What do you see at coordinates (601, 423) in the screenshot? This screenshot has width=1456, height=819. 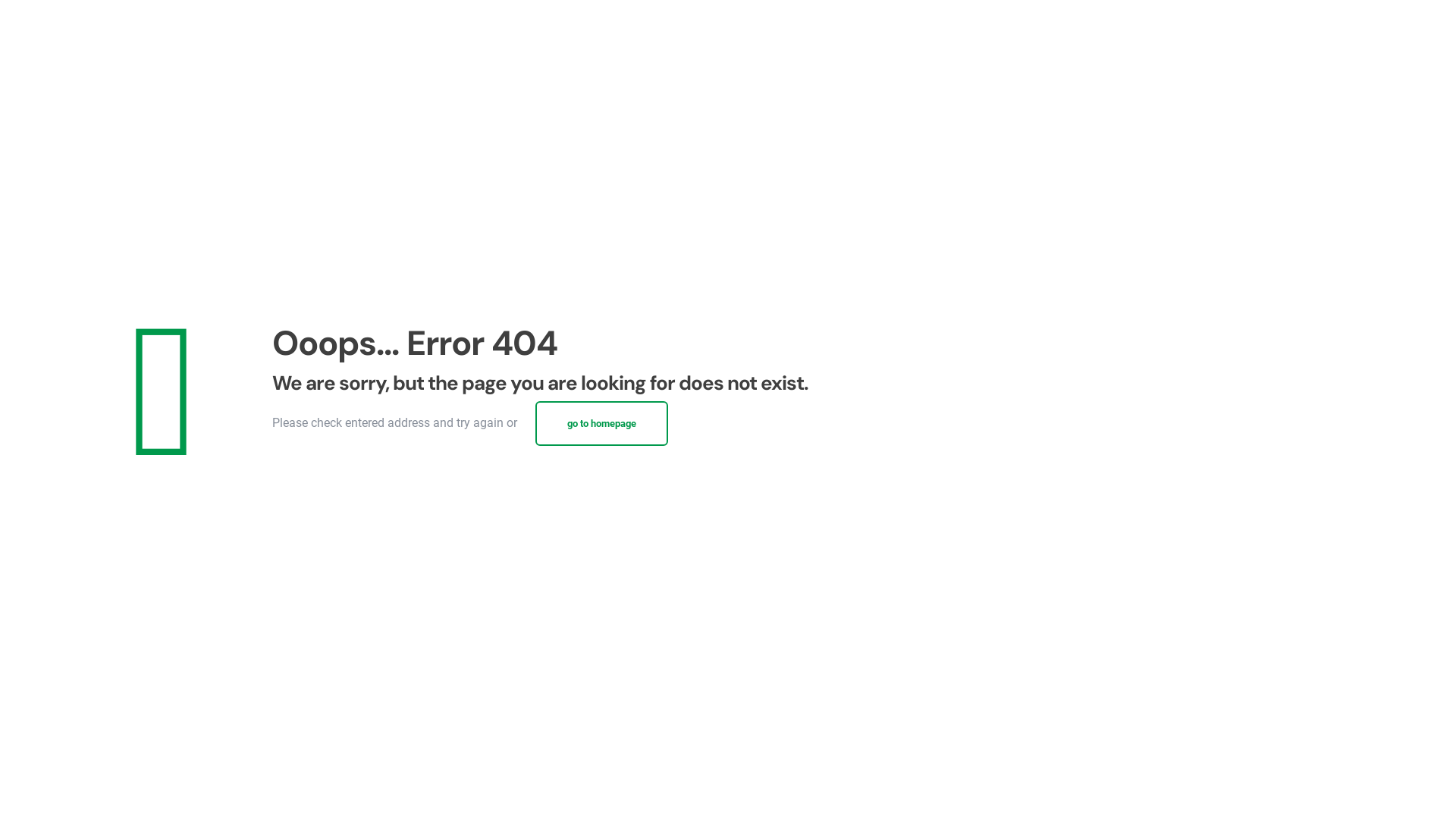 I see `'go to homepage'` at bounding box center [601, 423].